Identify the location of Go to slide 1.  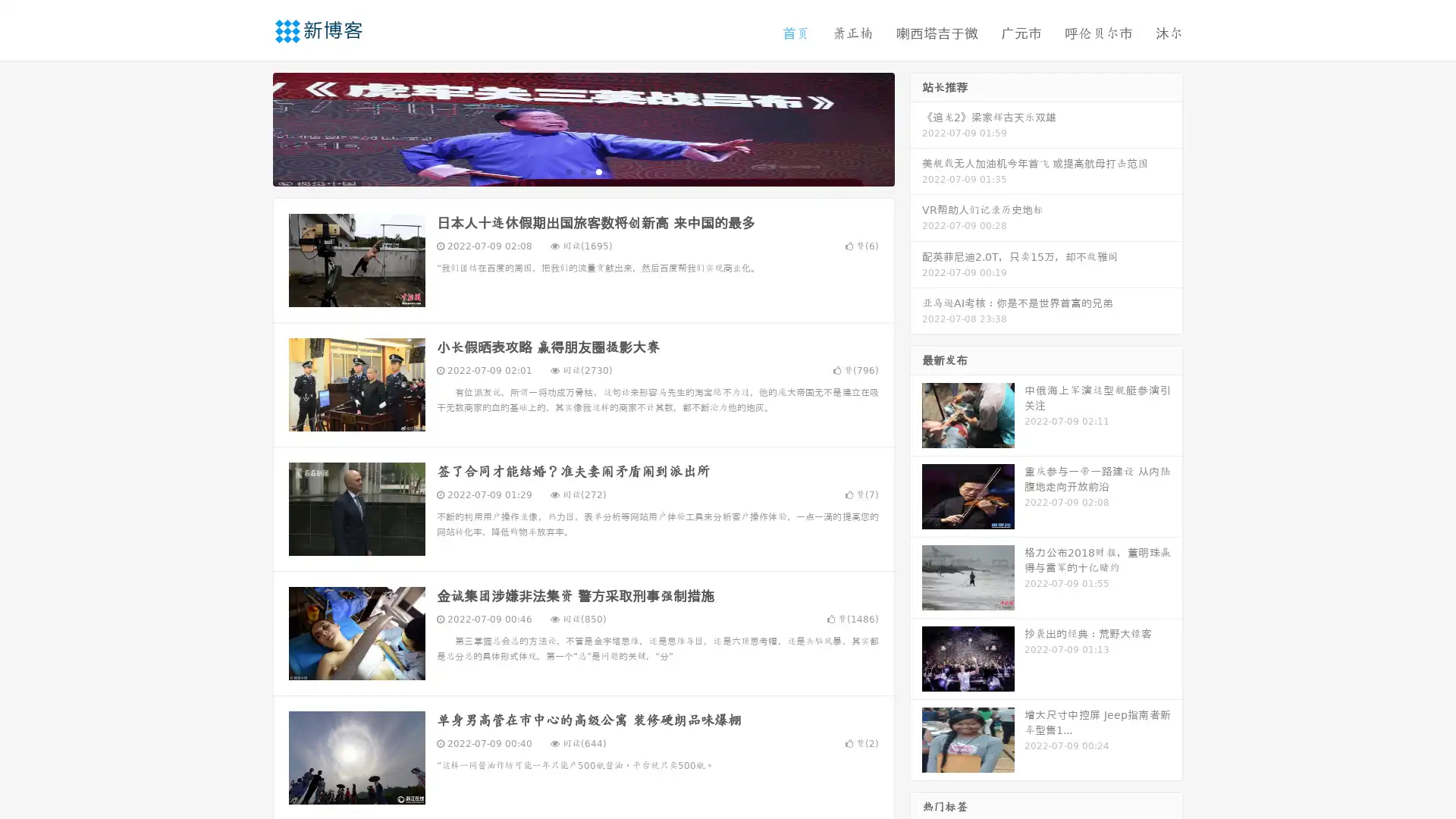
(567, 171).